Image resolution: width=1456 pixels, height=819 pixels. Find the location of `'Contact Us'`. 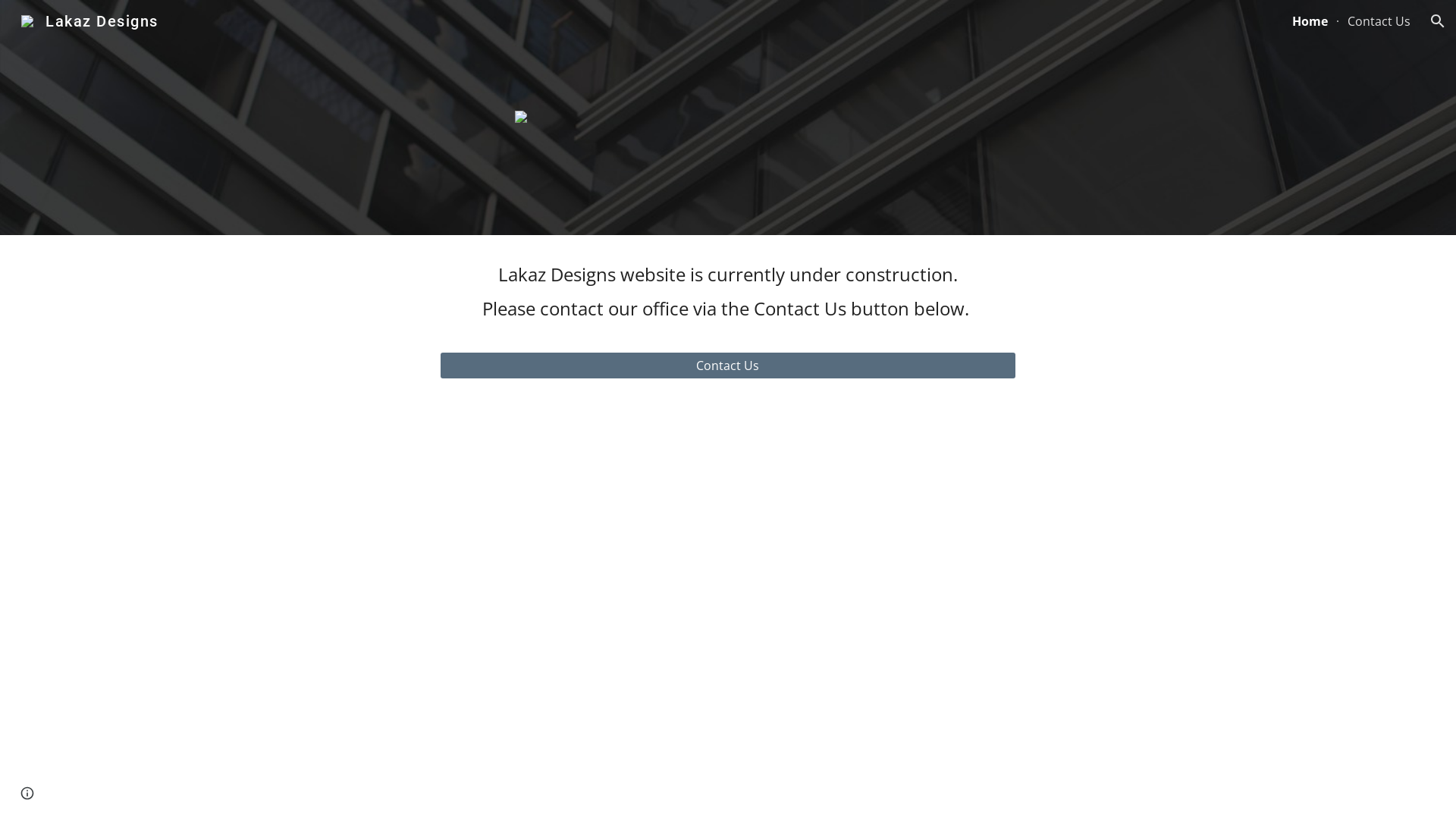

'Contact Us' is located at coordinates (728, 366).